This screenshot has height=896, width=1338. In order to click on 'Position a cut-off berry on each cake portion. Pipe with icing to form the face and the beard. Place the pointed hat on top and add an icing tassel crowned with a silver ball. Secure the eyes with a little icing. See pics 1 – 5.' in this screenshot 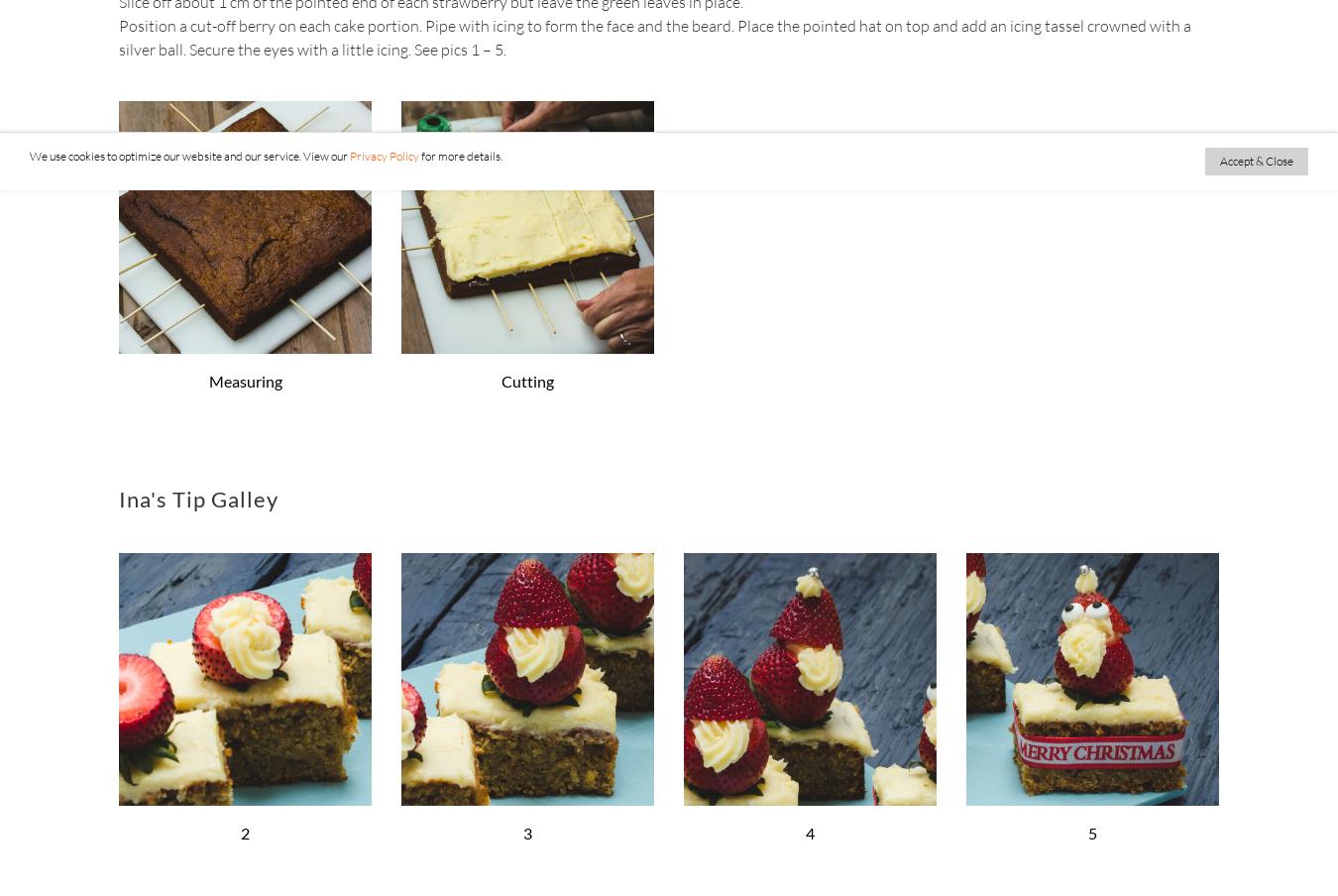, I will do `click(654, 35)`.